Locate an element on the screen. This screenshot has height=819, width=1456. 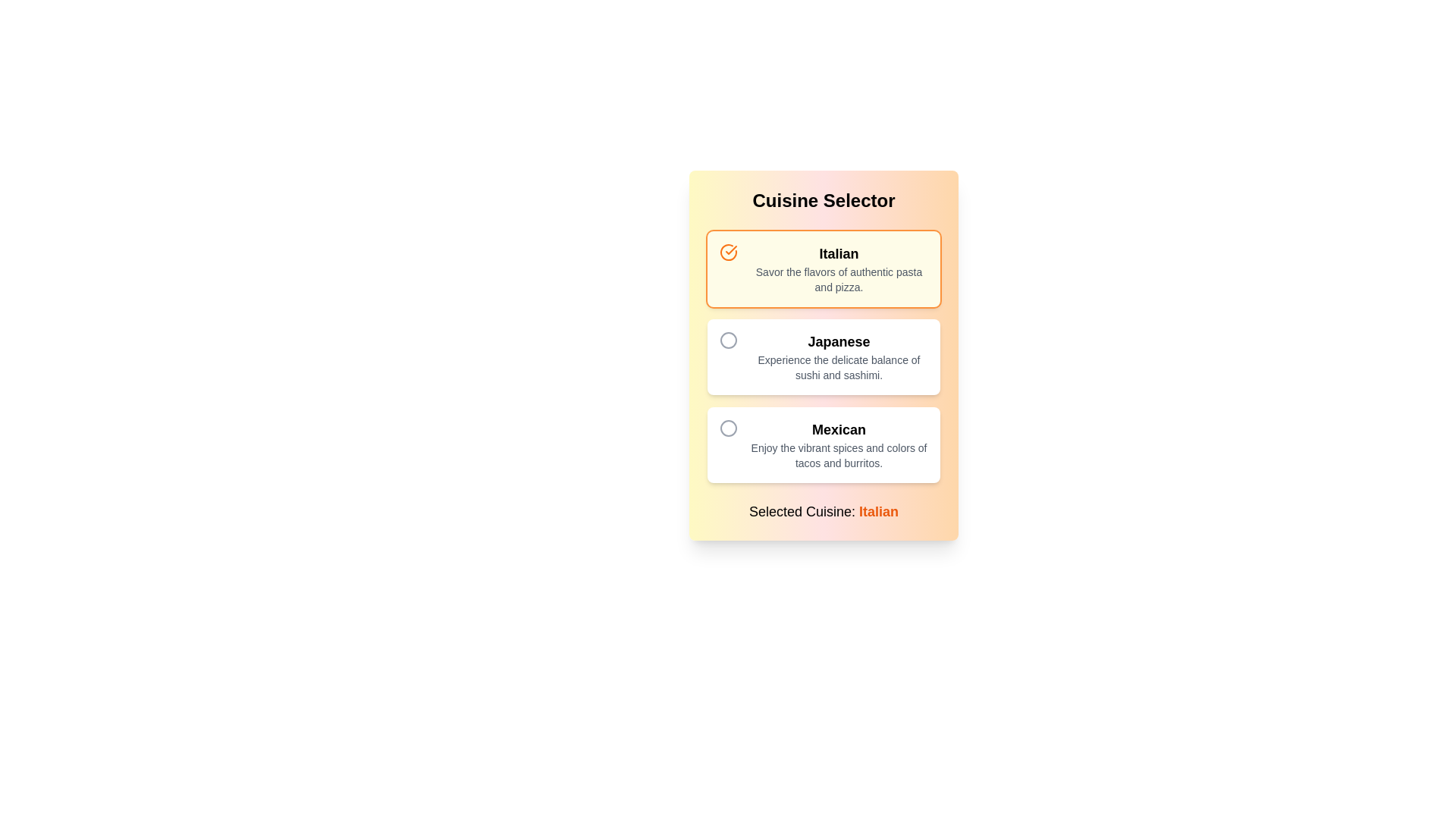
bold text label displaying 'Italian' in the Cuisine Selector card, which is the title for the Italian cuisine option is located at coordinates (838, 253).